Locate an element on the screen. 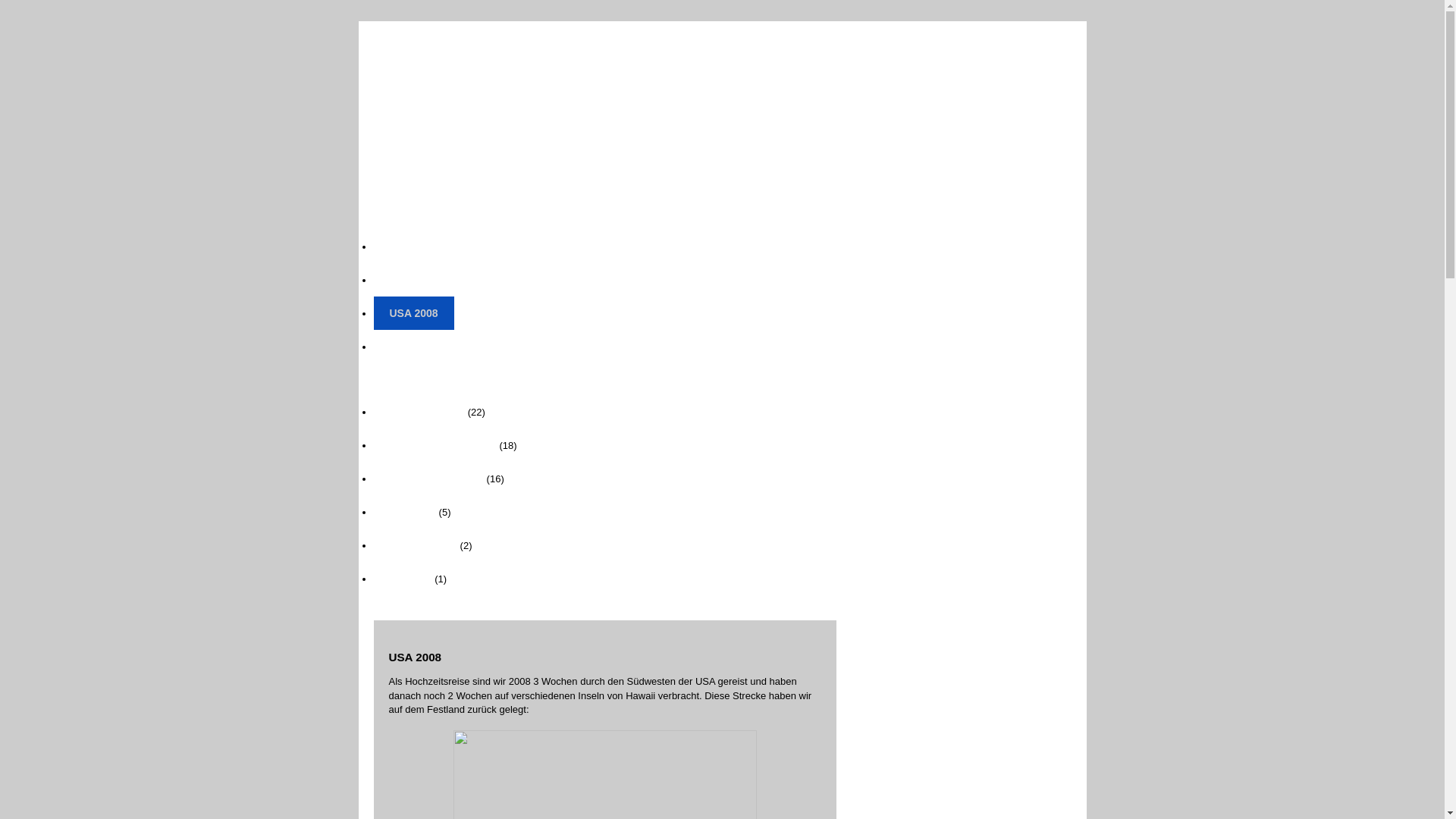  'Home' is located at coordinates (403, 245).